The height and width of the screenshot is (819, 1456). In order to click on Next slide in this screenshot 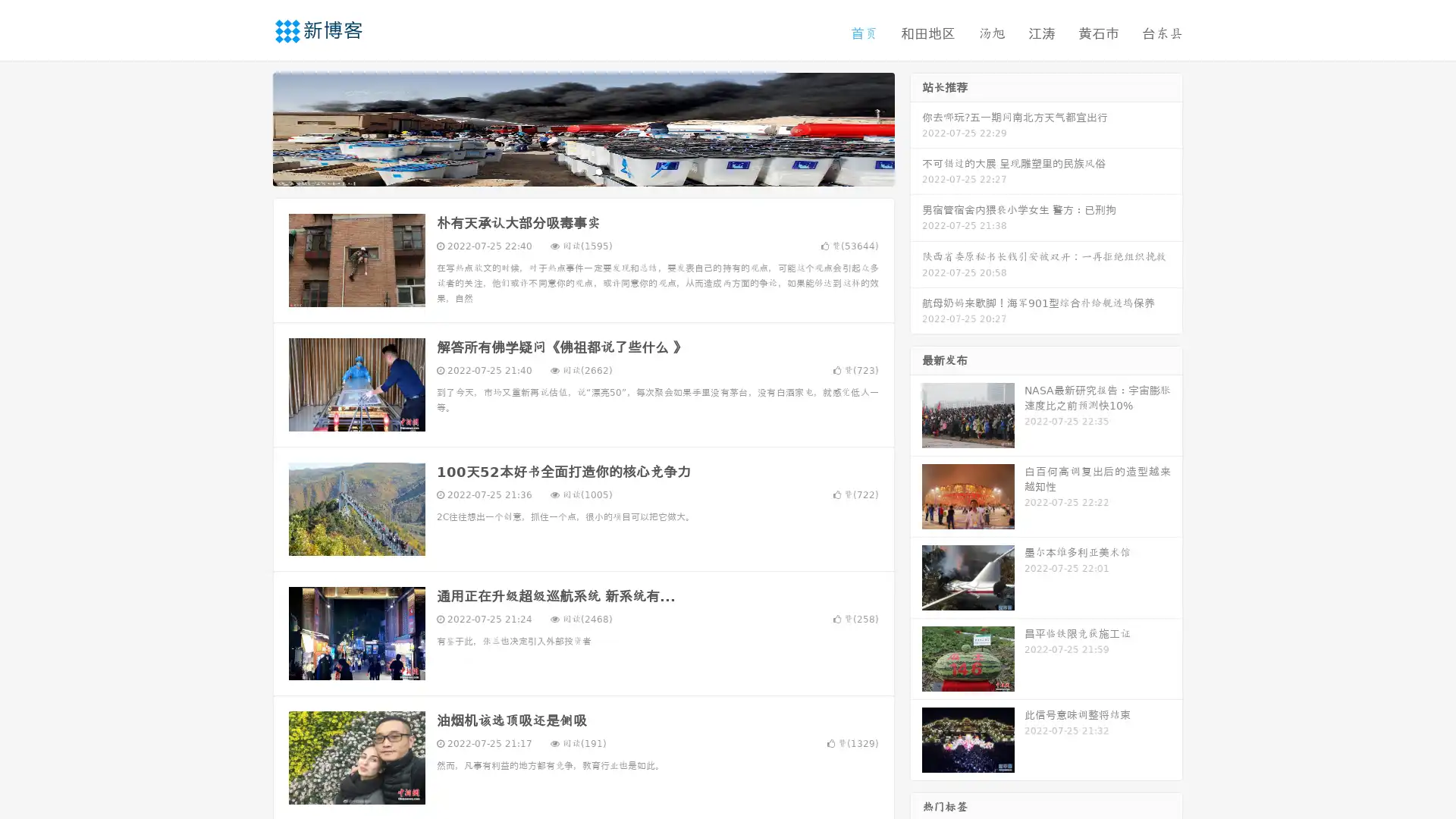, I will do `click(916, 127)`.